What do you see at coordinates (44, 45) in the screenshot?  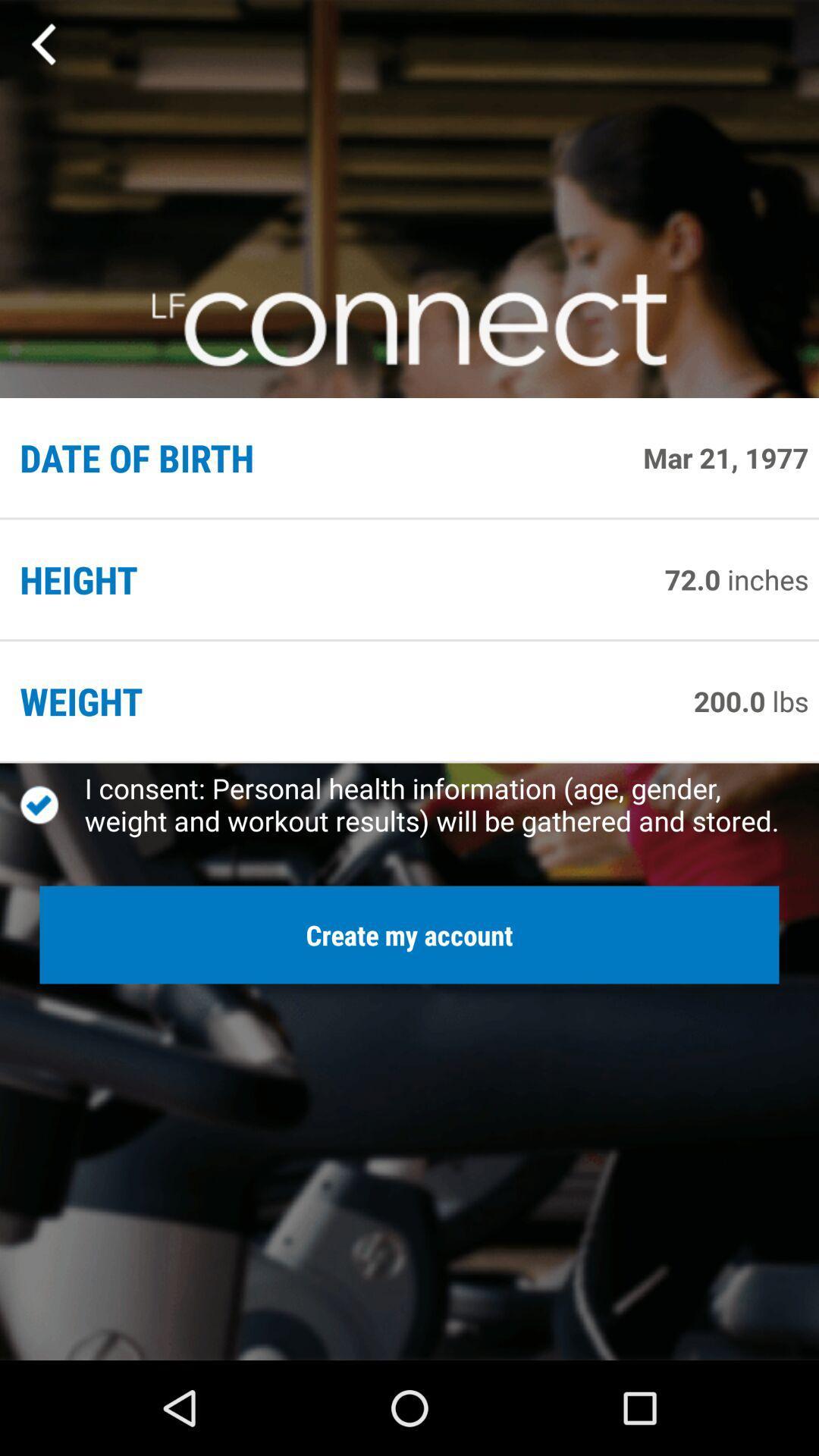 I see `go back` at bounding box center [44, 45].